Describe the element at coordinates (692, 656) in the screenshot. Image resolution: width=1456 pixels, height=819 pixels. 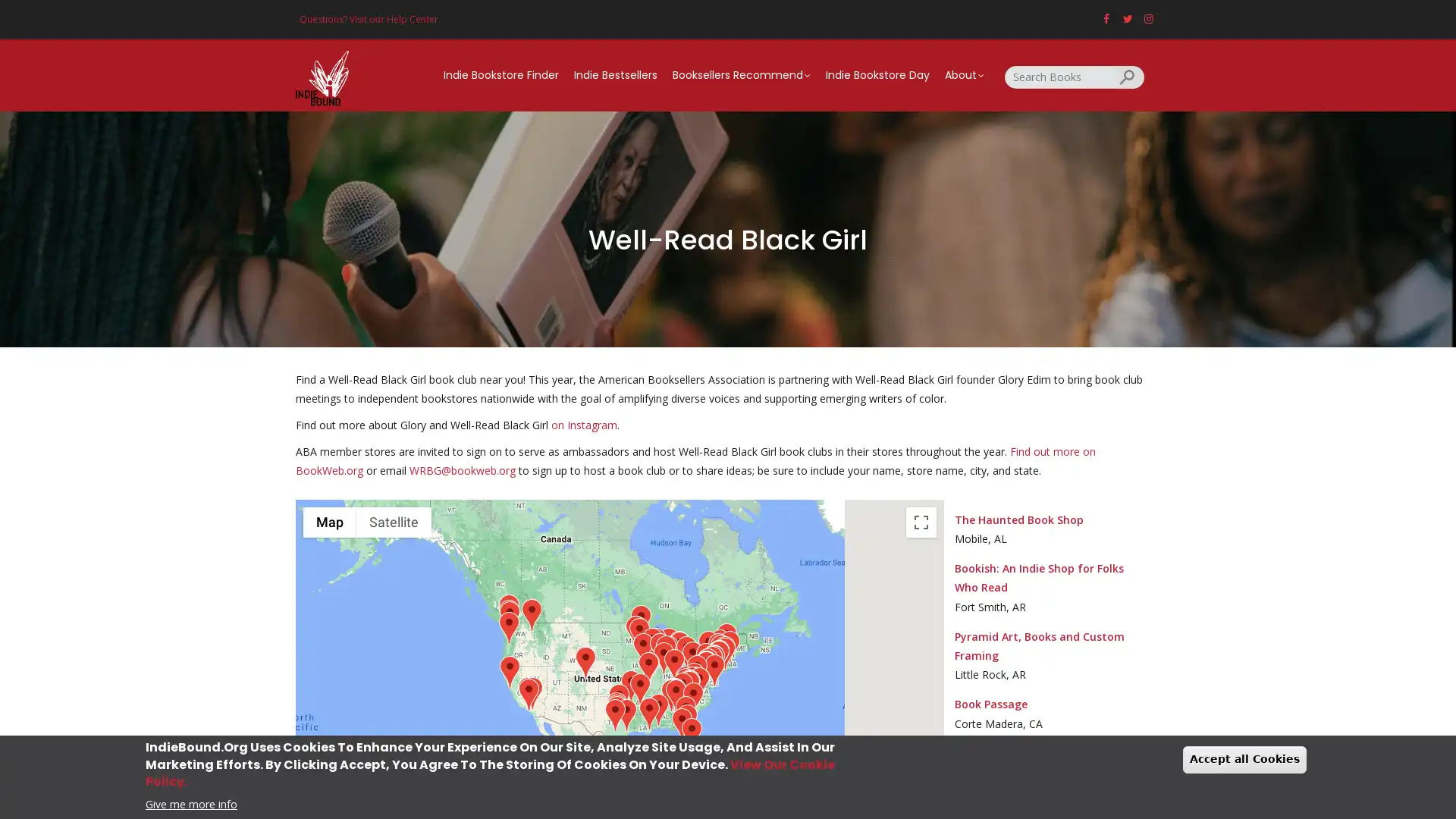
I see `The Tiny Bookstore` at that location.